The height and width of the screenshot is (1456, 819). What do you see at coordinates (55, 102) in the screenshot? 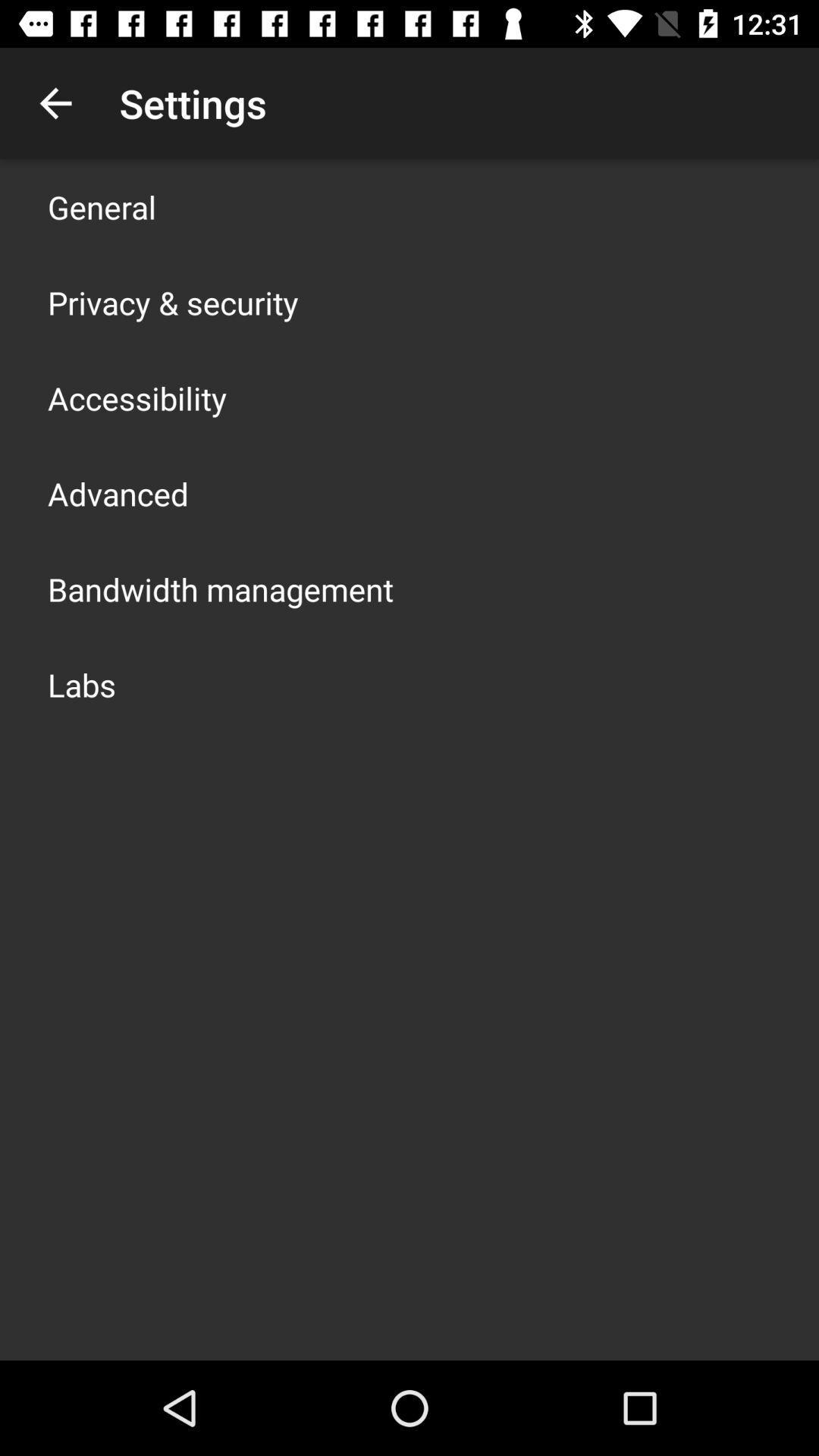
I see `app to the left of settings` at bounding box center [55, 102].